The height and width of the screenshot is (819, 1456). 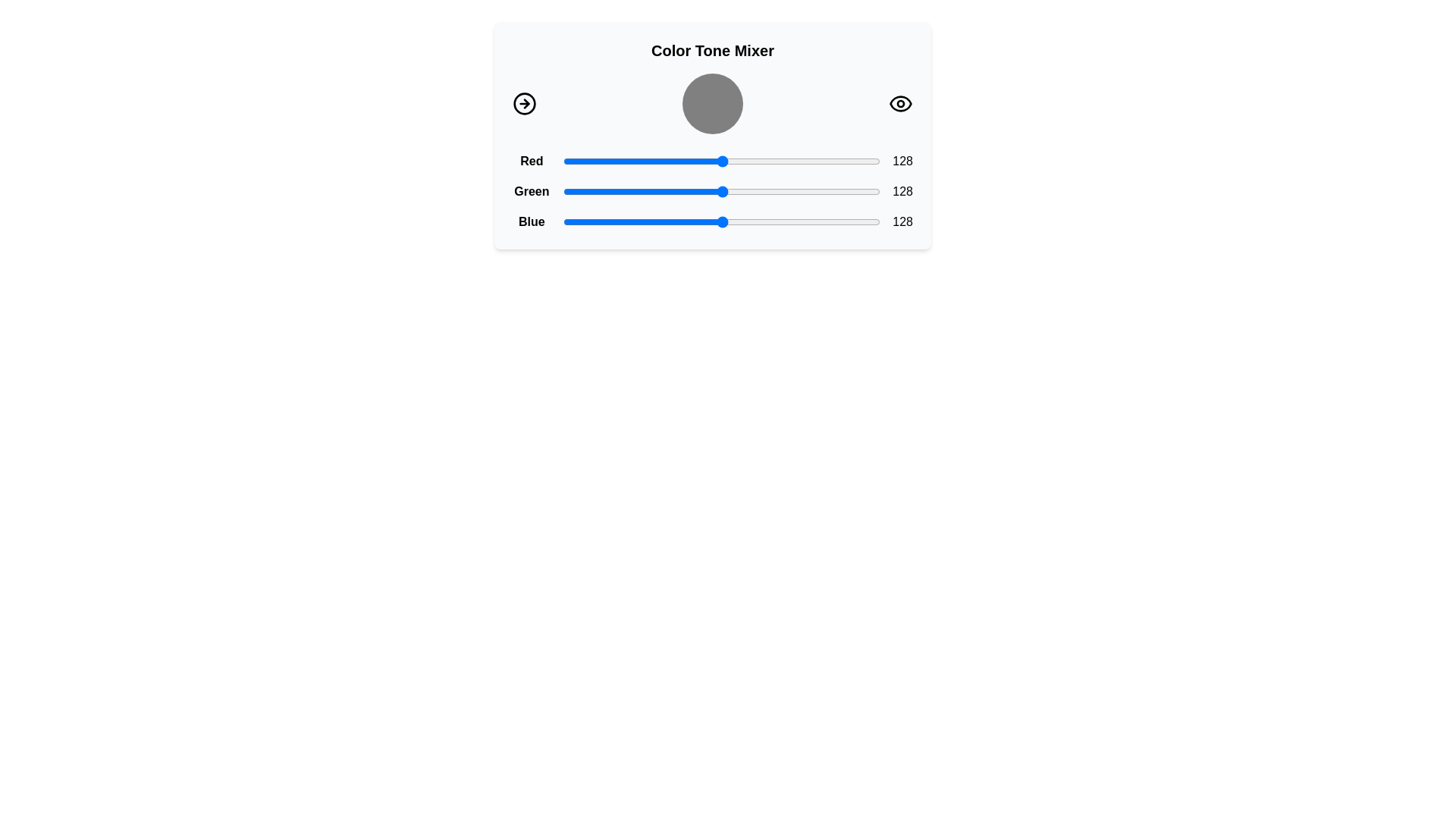 I want to click on the slider value, so click(x=731, y=222).